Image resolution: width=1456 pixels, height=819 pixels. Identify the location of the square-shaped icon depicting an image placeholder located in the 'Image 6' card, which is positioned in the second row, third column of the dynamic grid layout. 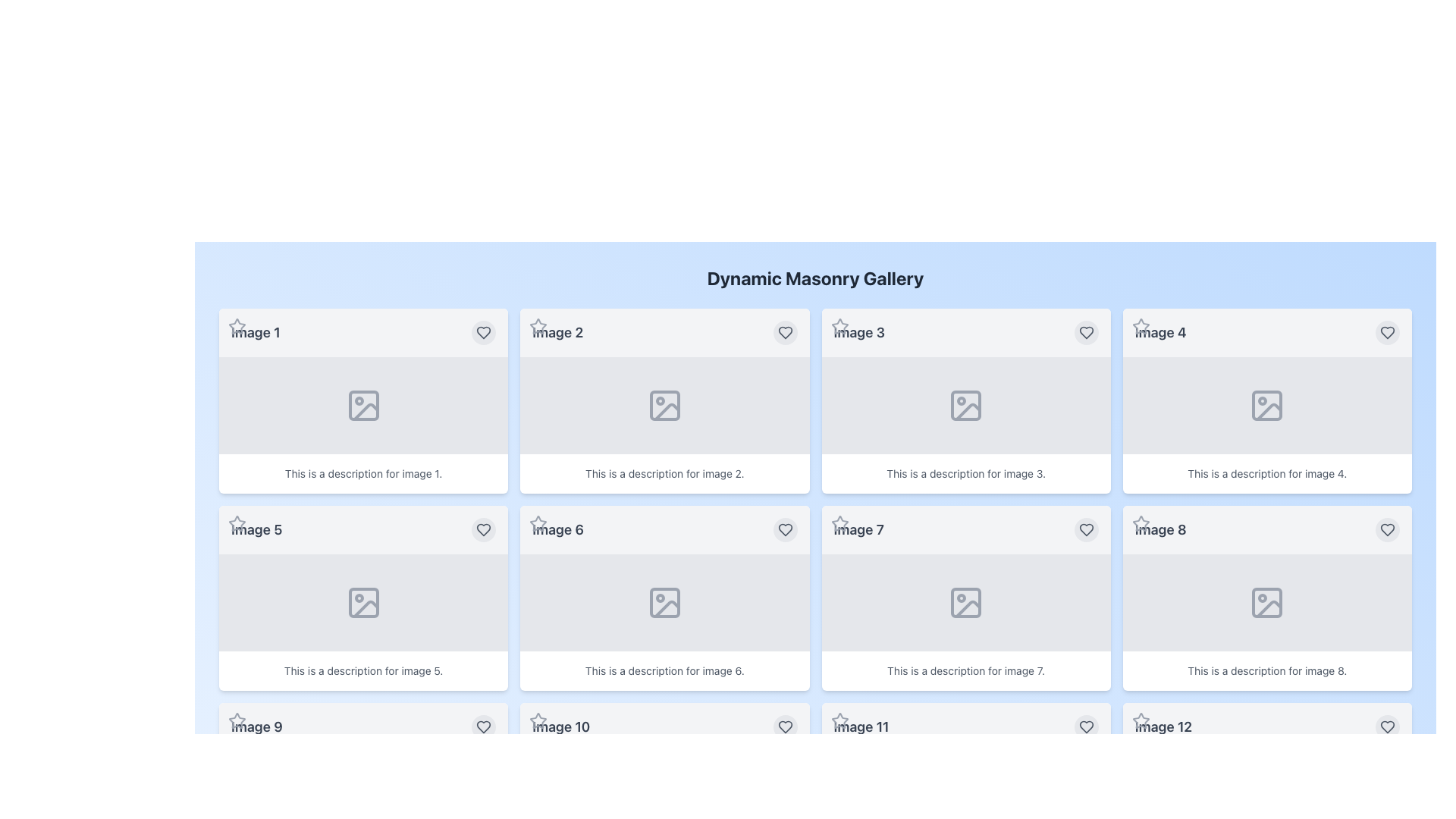
(664, 601).